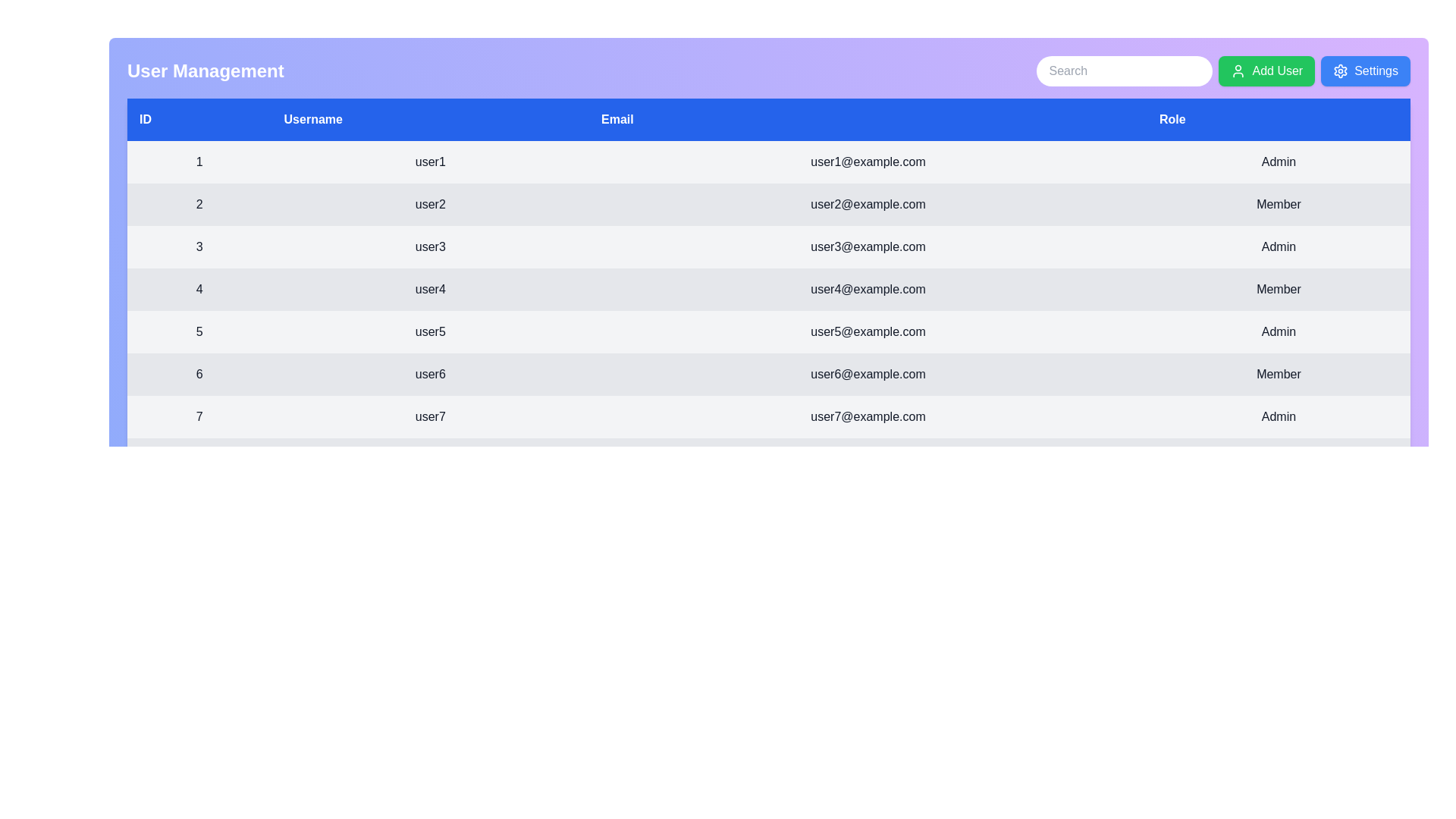  I want to click on the 'Settings' button to access configuration options, so click(1365, 71).